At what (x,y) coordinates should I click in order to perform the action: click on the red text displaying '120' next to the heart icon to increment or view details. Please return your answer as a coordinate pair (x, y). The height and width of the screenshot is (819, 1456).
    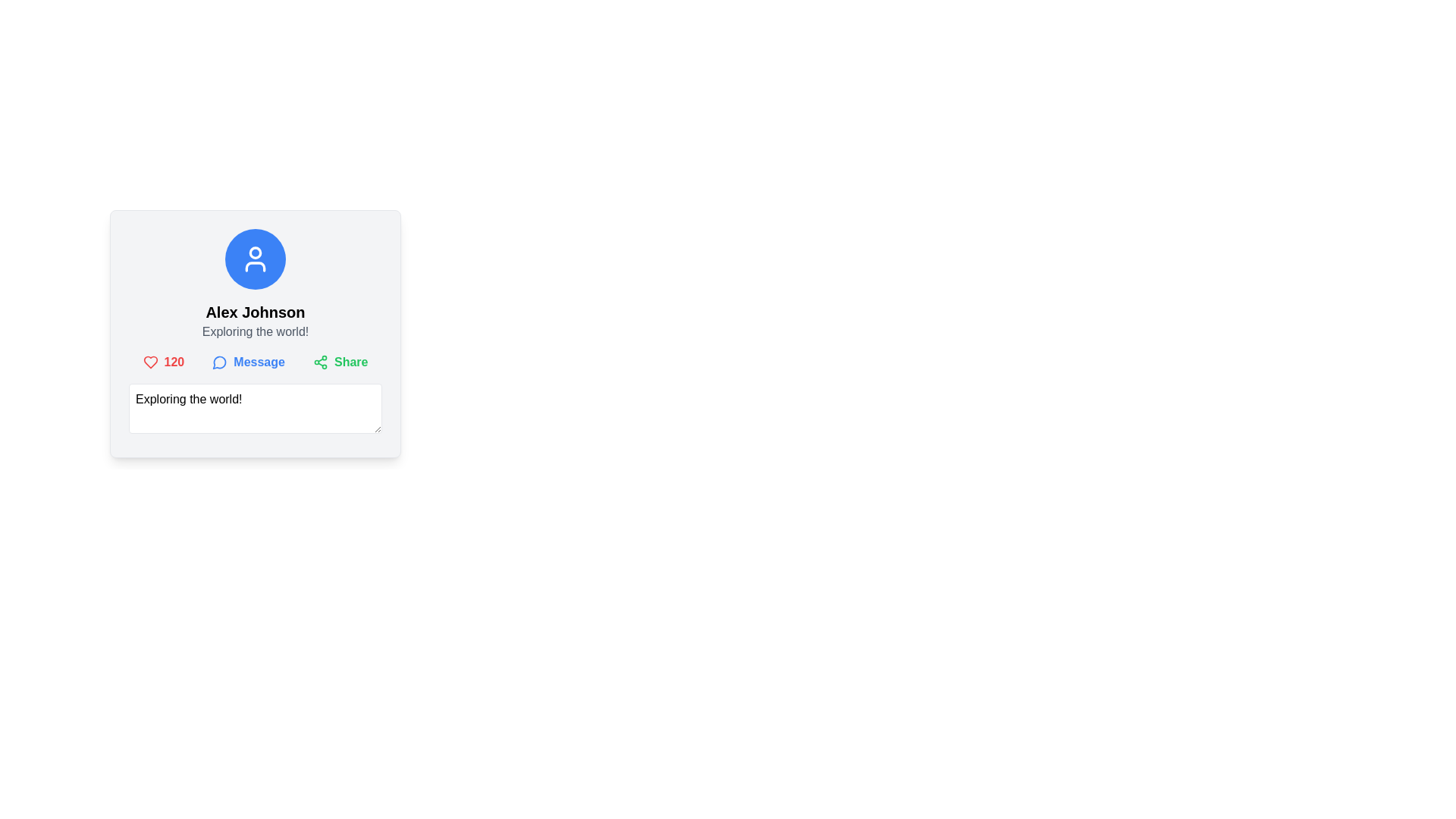
    Looking at the image, I should click on (163, 362).